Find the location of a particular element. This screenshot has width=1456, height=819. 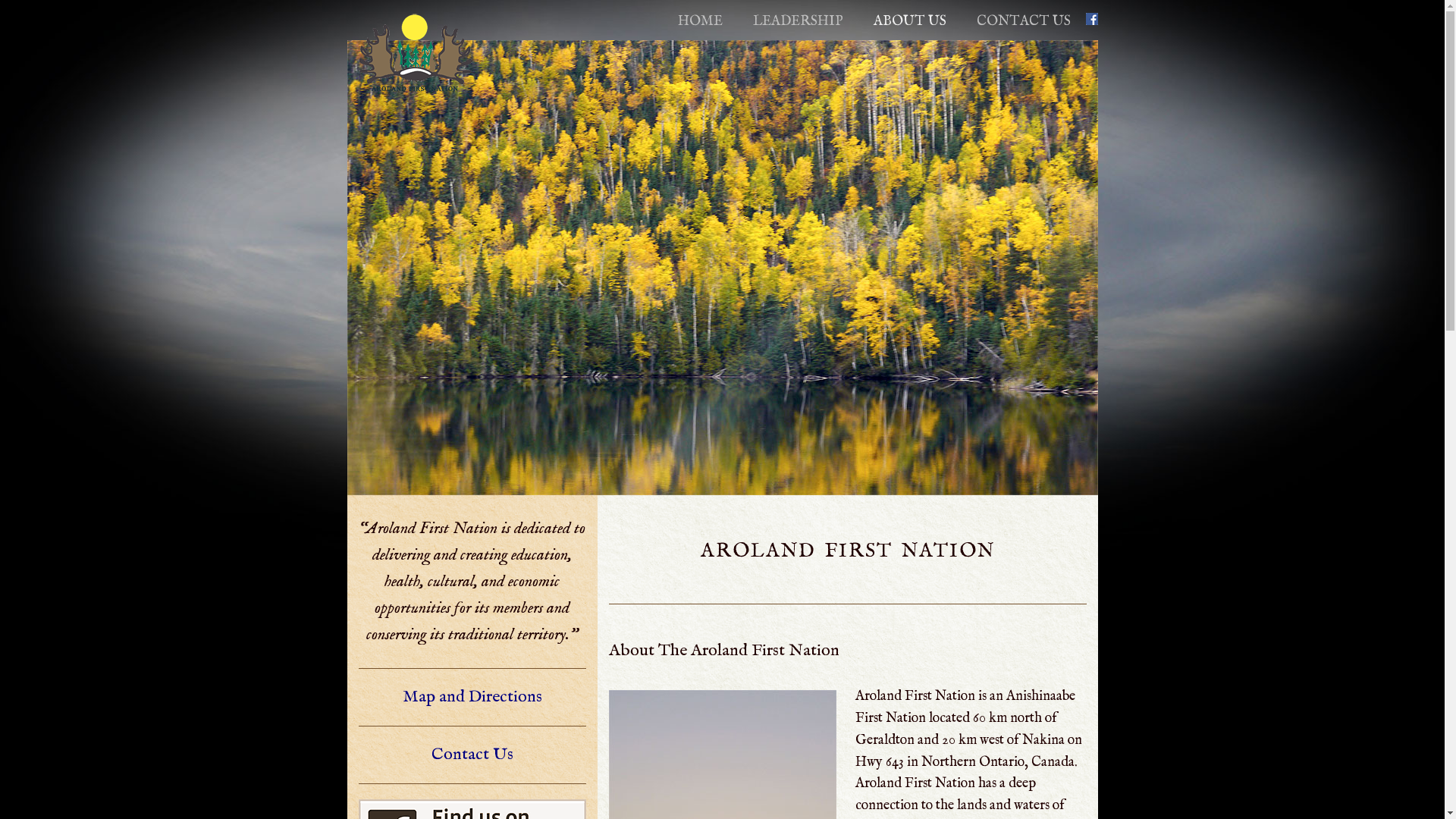

'Map and Directions' is located at coordinates (471, 696).